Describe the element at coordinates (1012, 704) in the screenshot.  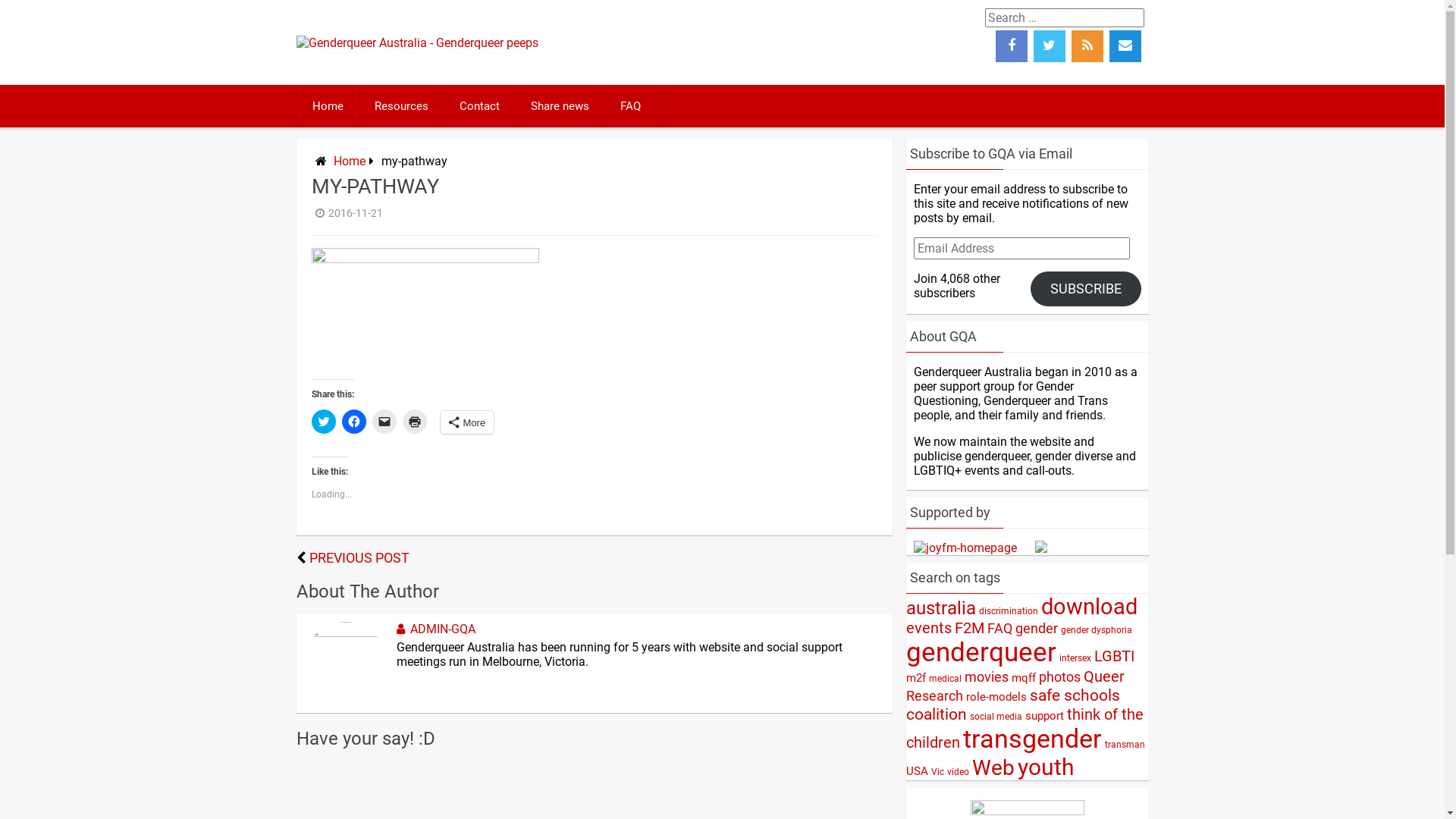
I see `'safe schools coalition'` at that location.